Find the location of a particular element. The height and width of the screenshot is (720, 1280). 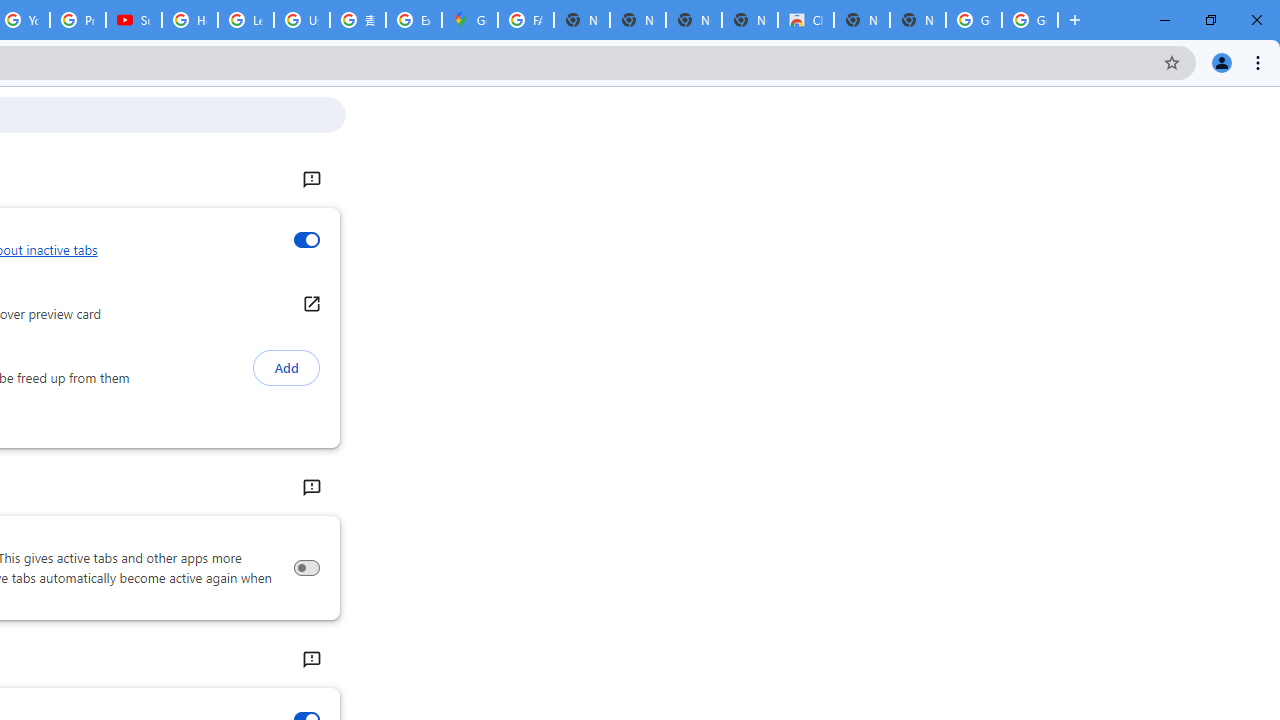

'Chrome Web Store' is located at coordinates (806, 20).